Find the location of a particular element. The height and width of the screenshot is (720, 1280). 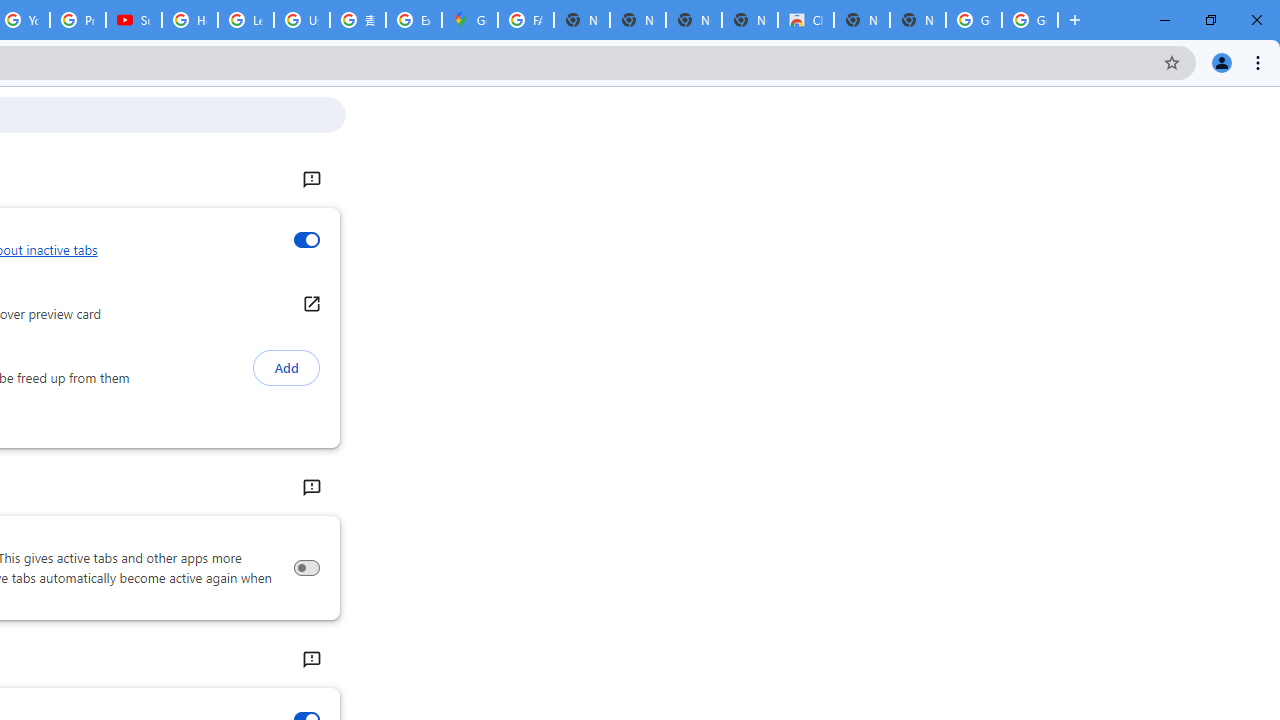

'Chrome Web Store' is located at coordinates (806, 20).